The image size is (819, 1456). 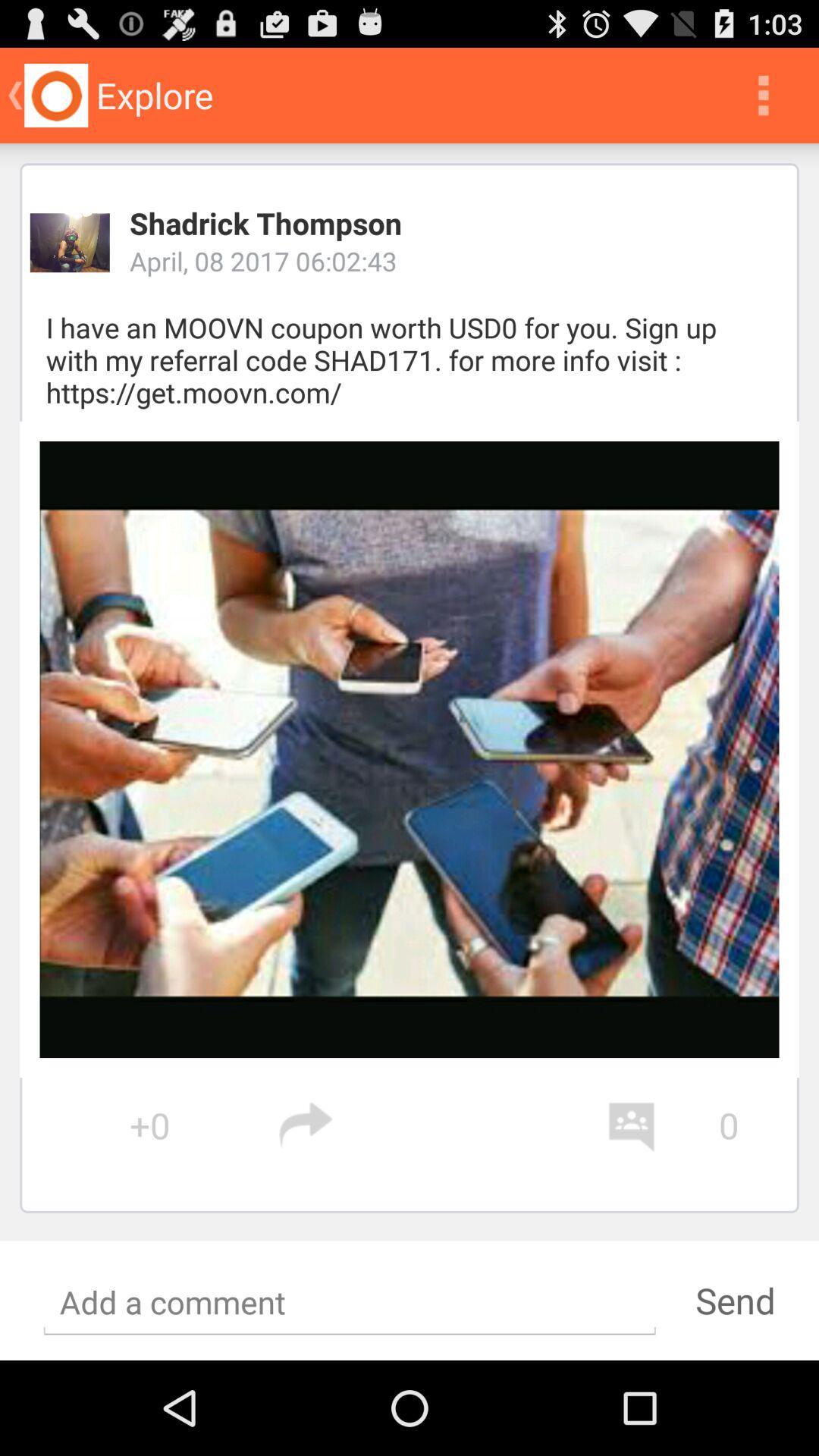 What do you see at coordinates (409, 749) in the screenshot?
I see `app below i have an app` at bounding box center [409, 749].